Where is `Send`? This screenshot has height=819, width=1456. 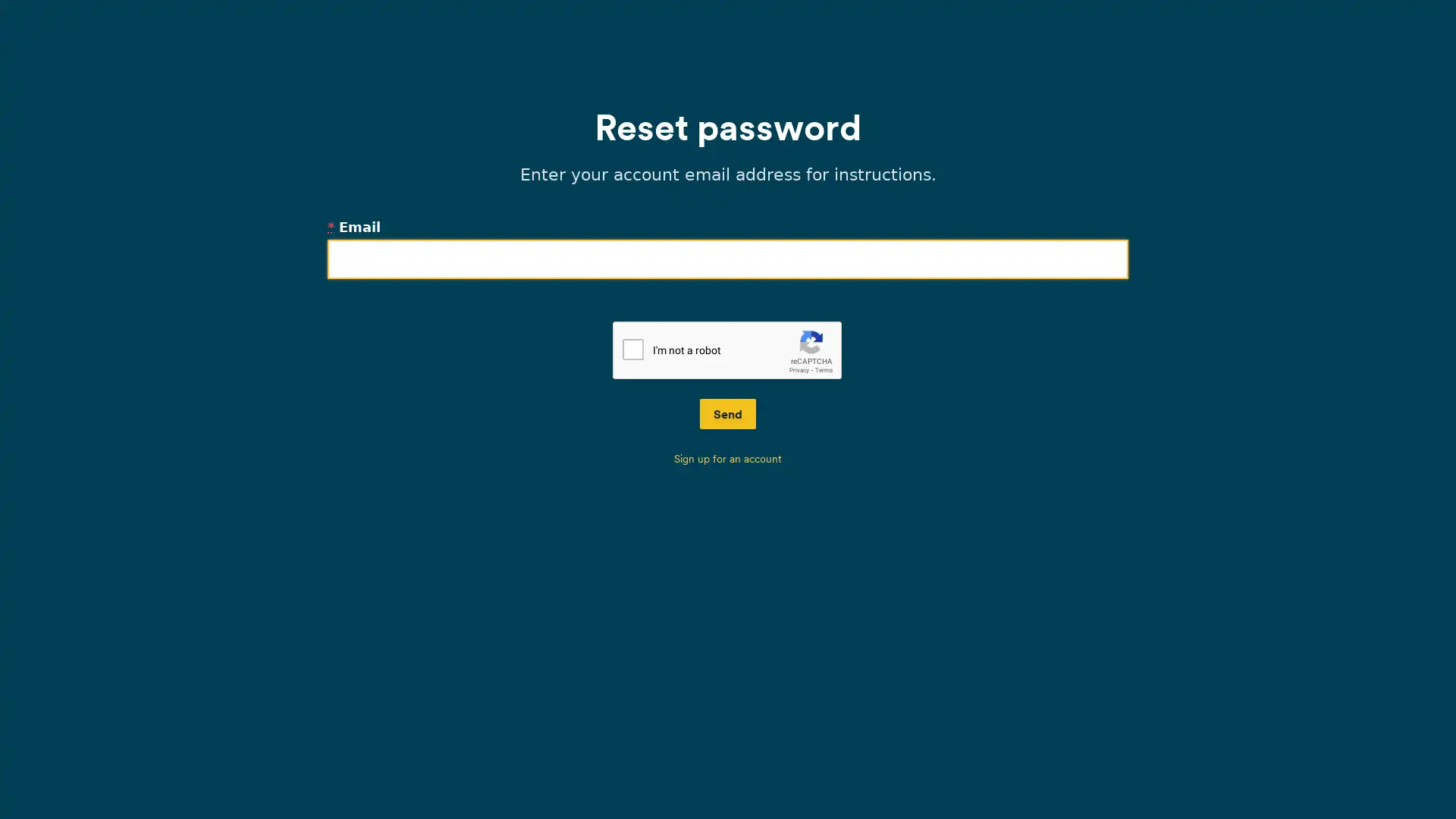 Send is located at coordinates (728, 414).